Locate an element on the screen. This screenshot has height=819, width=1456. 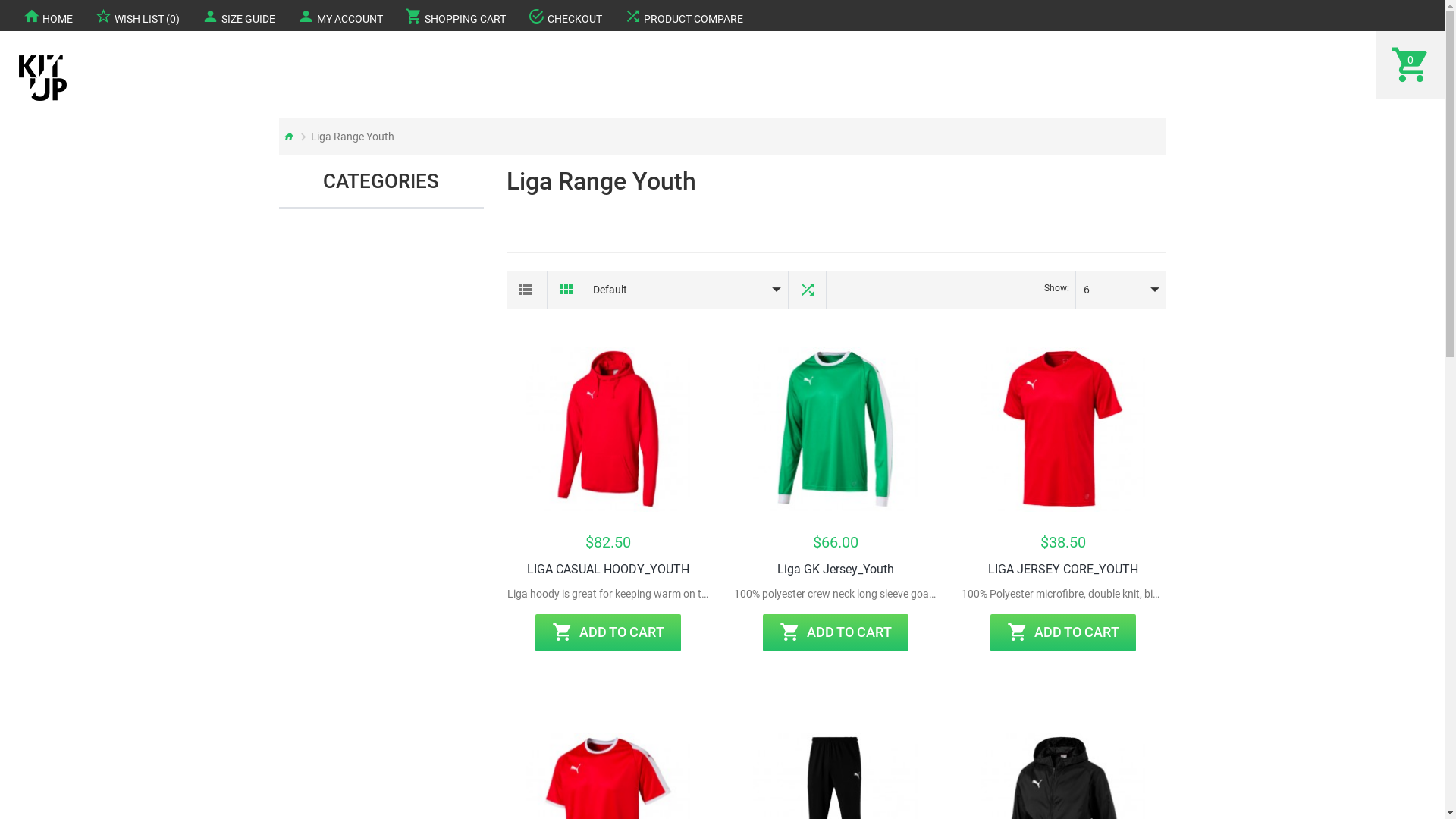
'LIGA JERSEY CORE_YOUTH' is located at coordinates (987, 570).